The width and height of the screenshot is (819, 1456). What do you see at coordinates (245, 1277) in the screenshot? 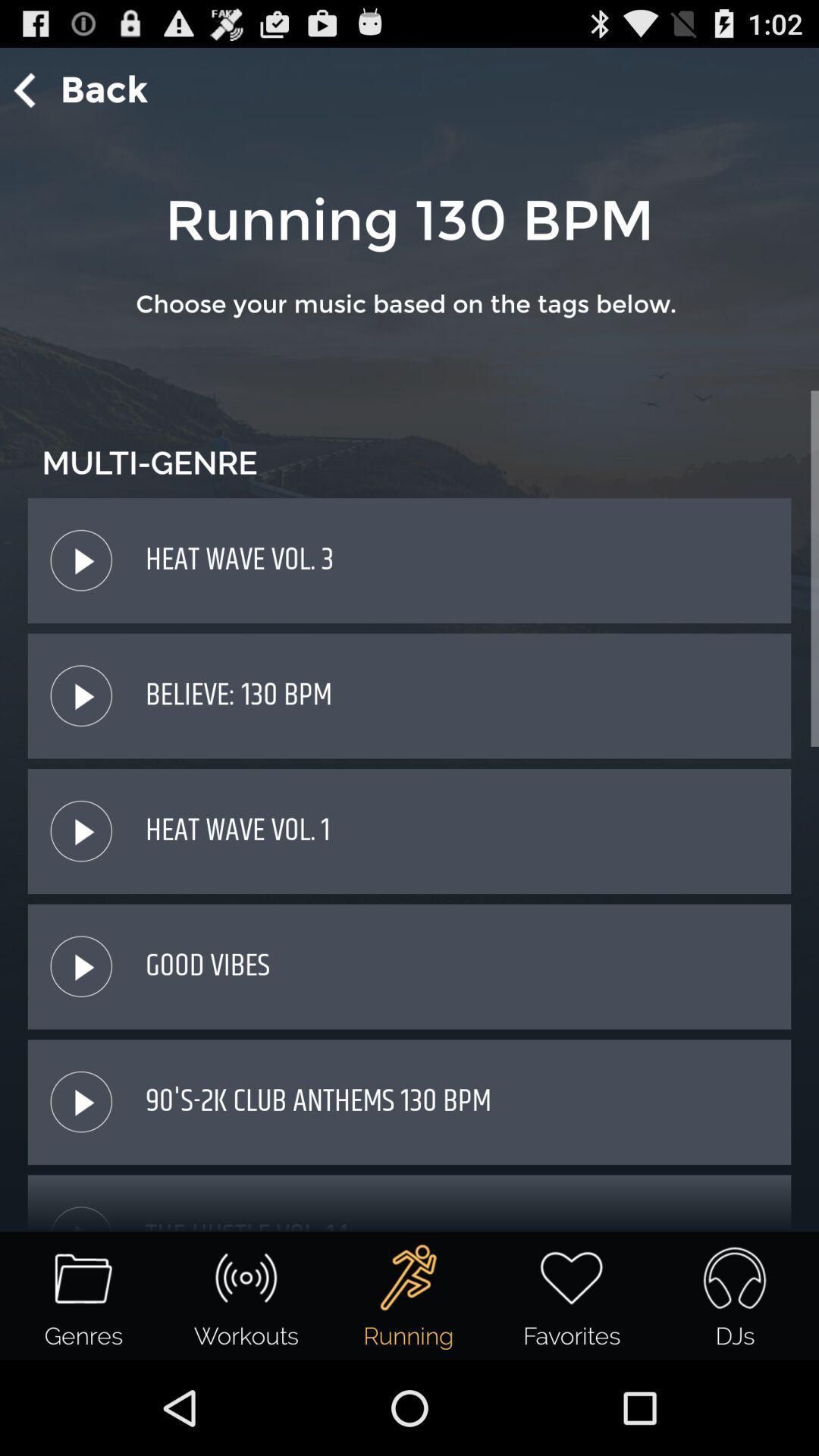
I see `the workouts option` at bounding box center [245, 1277].